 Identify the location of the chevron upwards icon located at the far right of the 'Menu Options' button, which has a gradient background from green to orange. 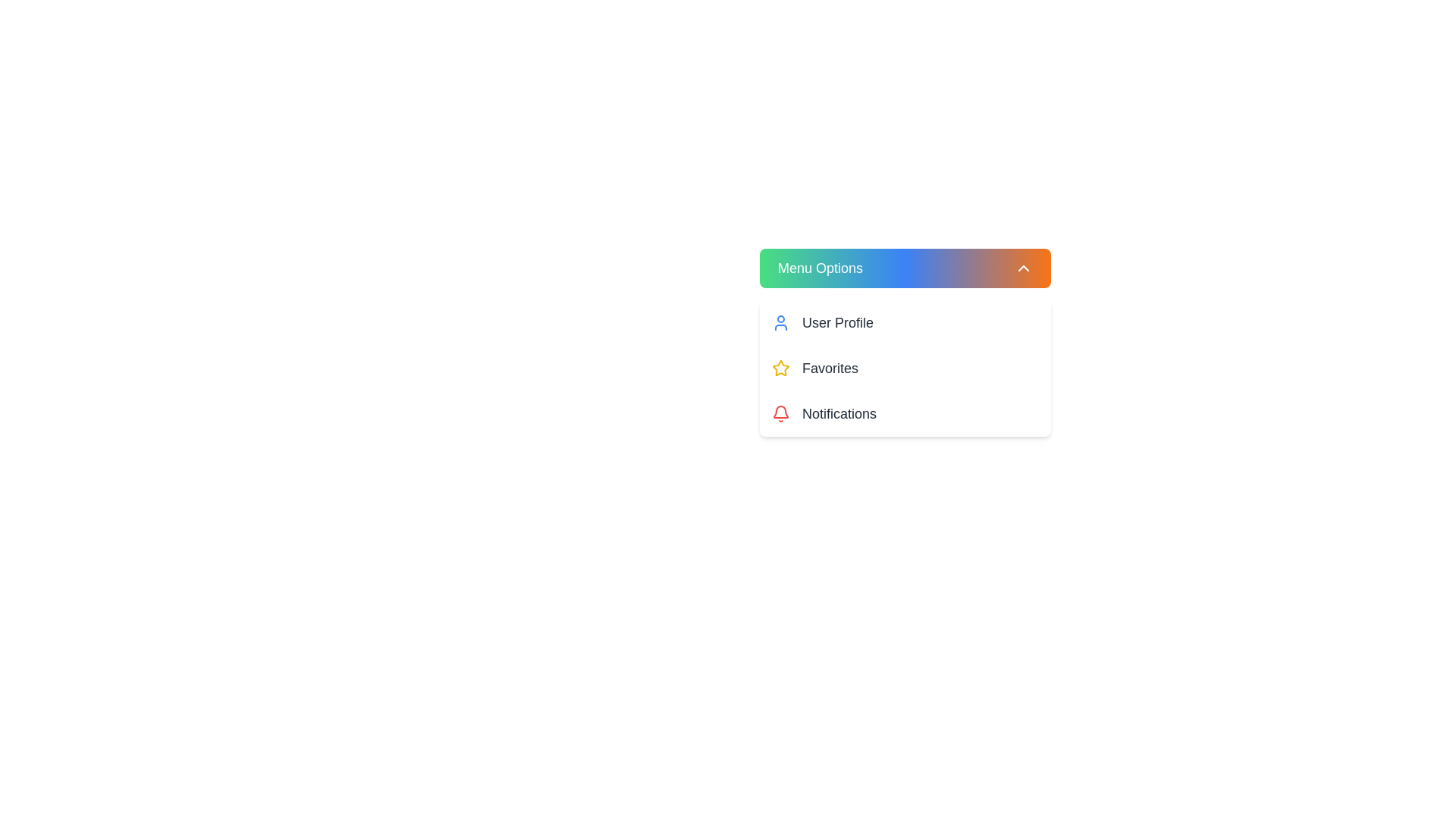
(1023, 268).